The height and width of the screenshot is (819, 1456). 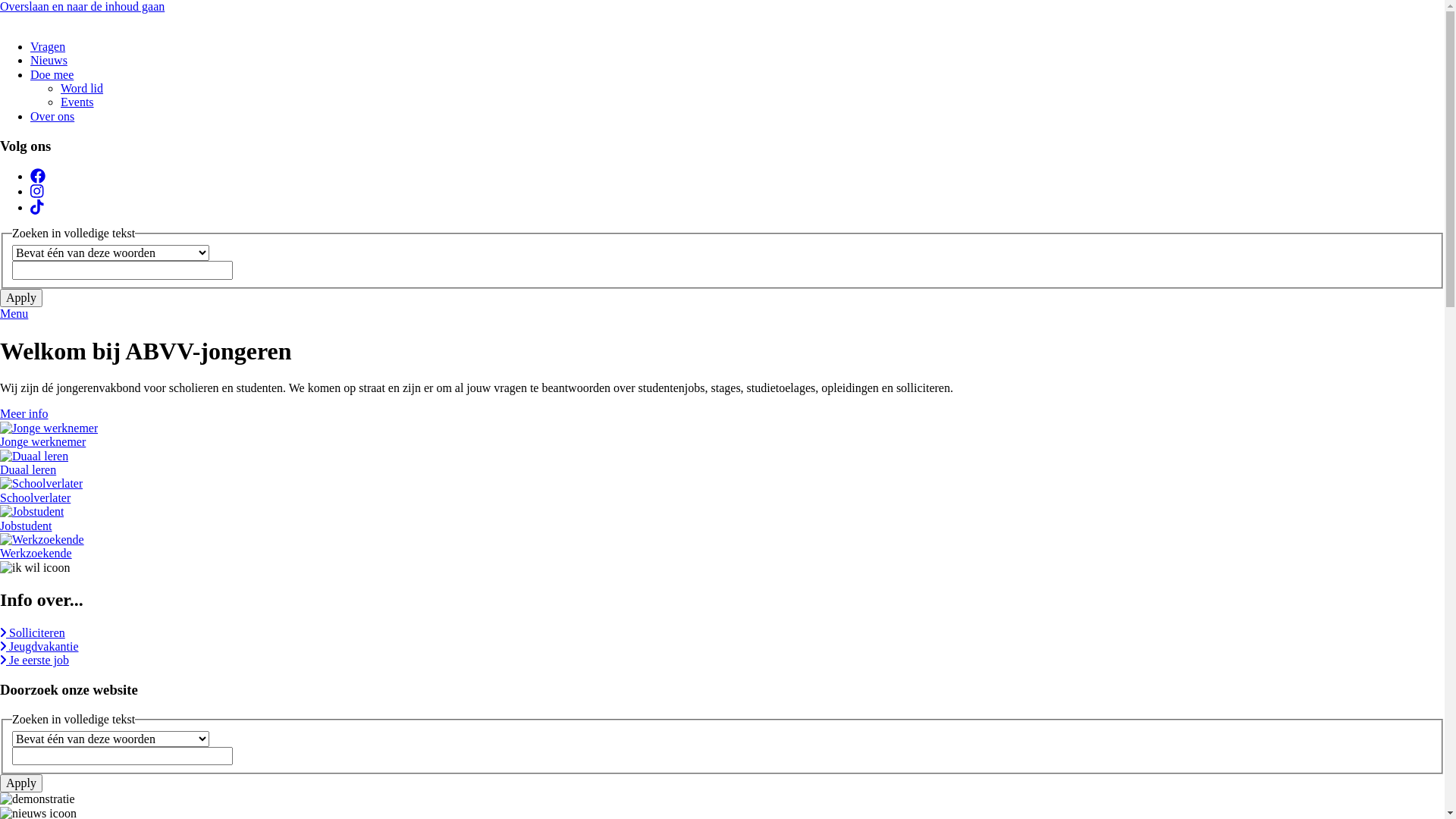 What do you see at coordinates (34, 659) in the screenshot?
I see `'Je eerste job'` at bounding box center [34, 659].